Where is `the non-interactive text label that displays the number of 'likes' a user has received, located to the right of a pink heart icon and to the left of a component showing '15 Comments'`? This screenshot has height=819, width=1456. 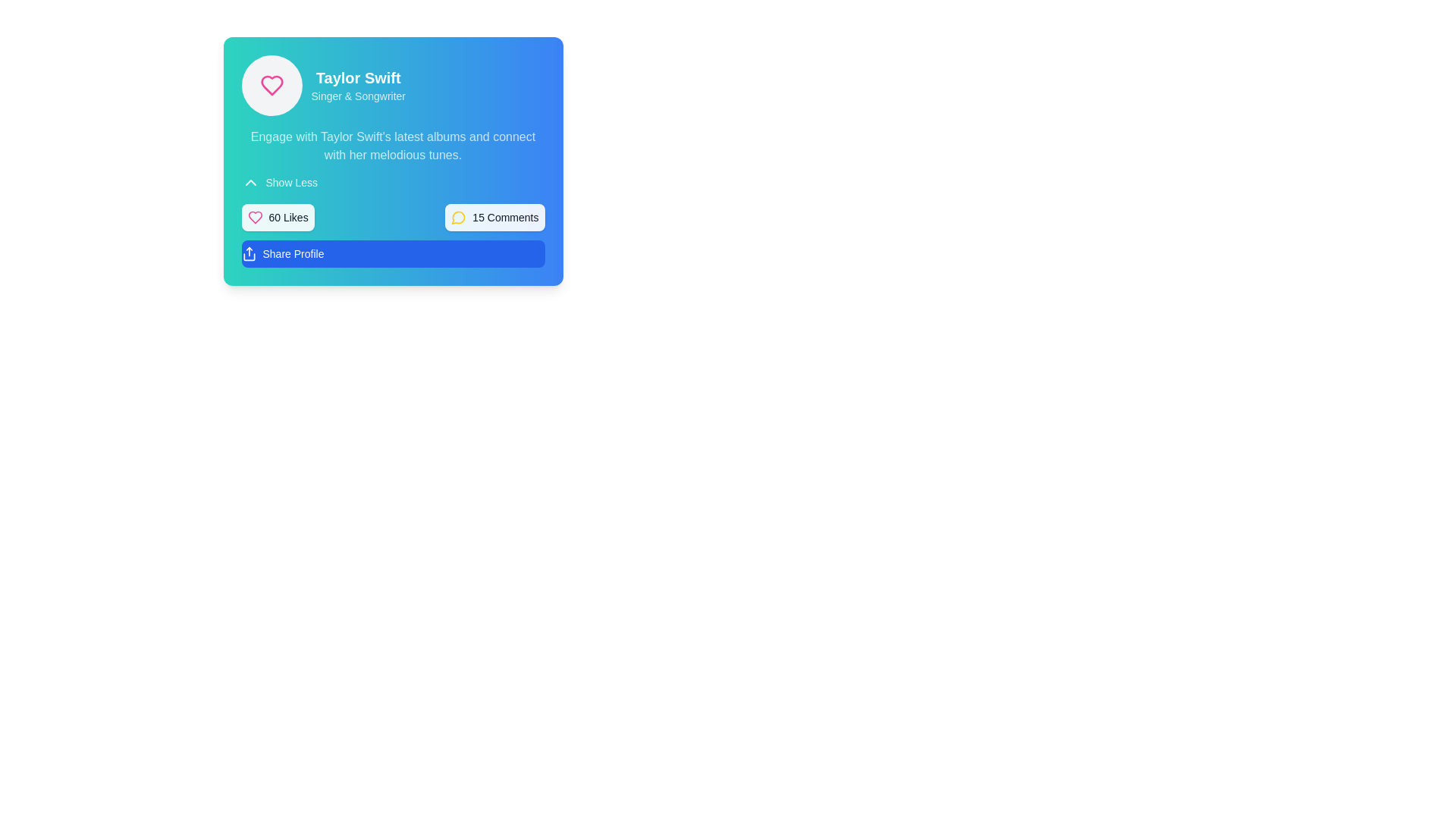
the non-interactive text label that displays the number of 'likes' a user has received, located to the right of a pink heart icon and to the left of a component showing '15 Comments' is located at coordinates (288, 217).